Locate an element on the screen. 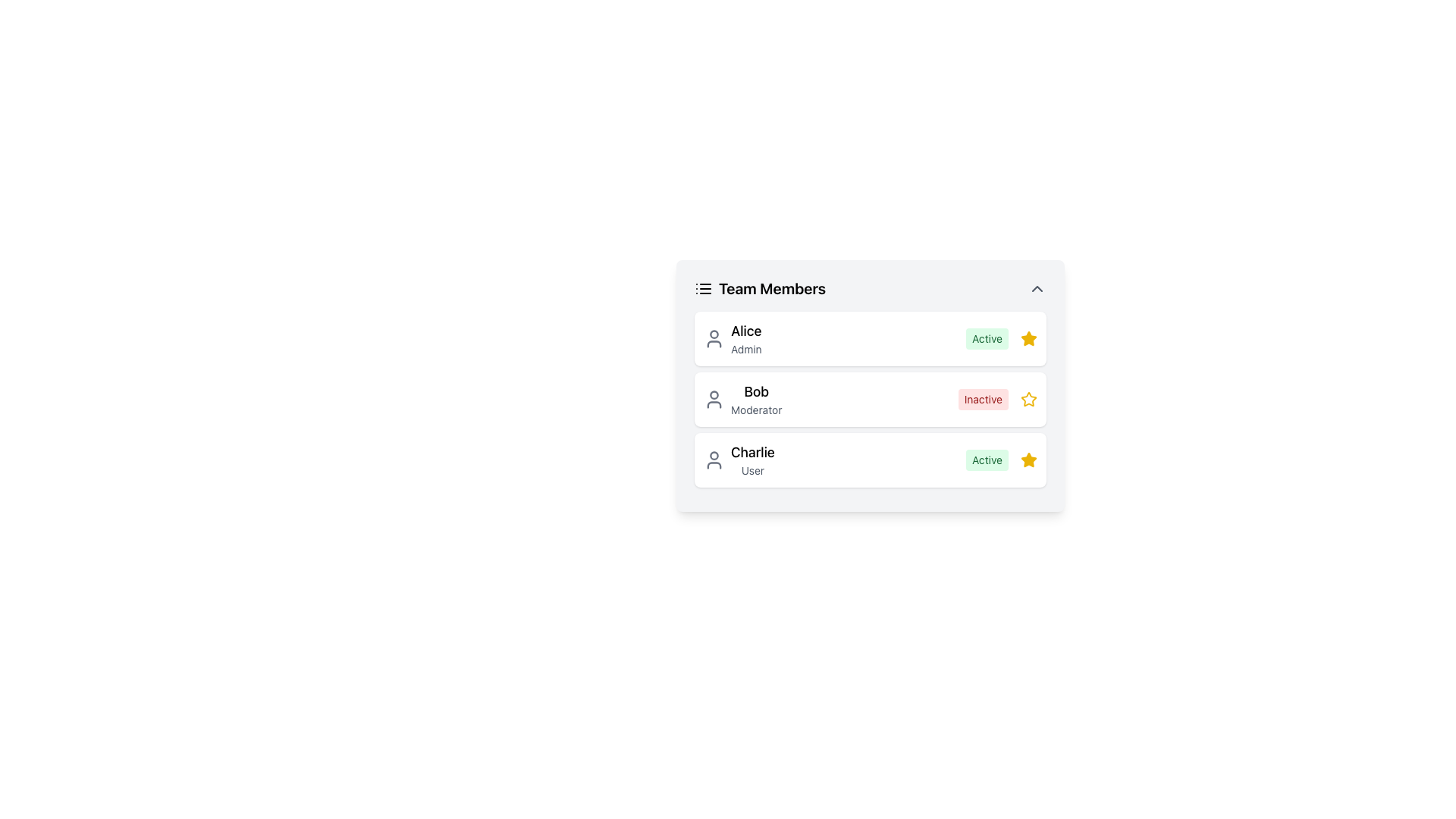 The image size is (1456, 819). the 'Active' status badge located to the right of the user name 'Charlie' within the 'Team Members' card is located at coordinates (1001, 459).